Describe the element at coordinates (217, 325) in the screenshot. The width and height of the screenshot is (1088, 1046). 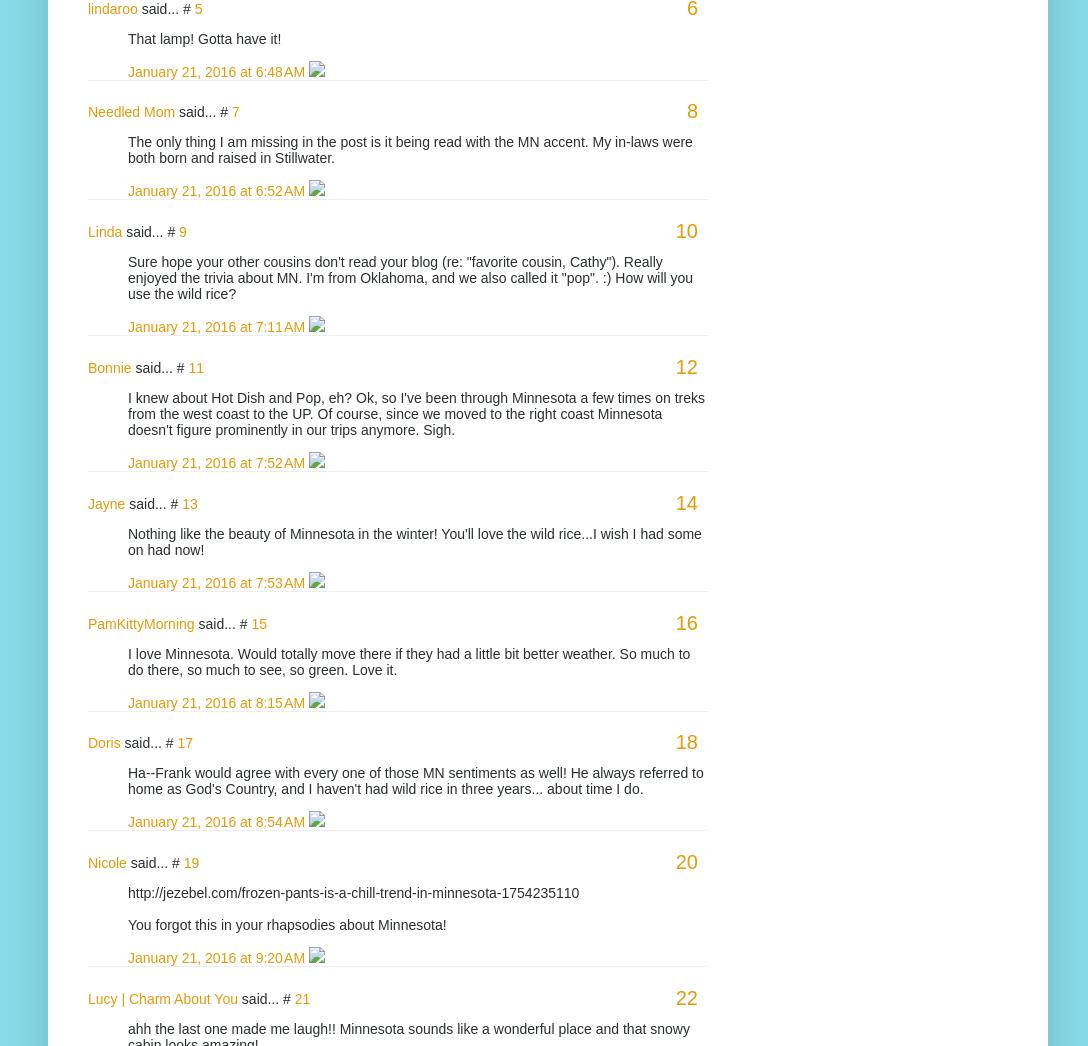
I see `'January 21, 2016 at 7:11 AM'` at that location.